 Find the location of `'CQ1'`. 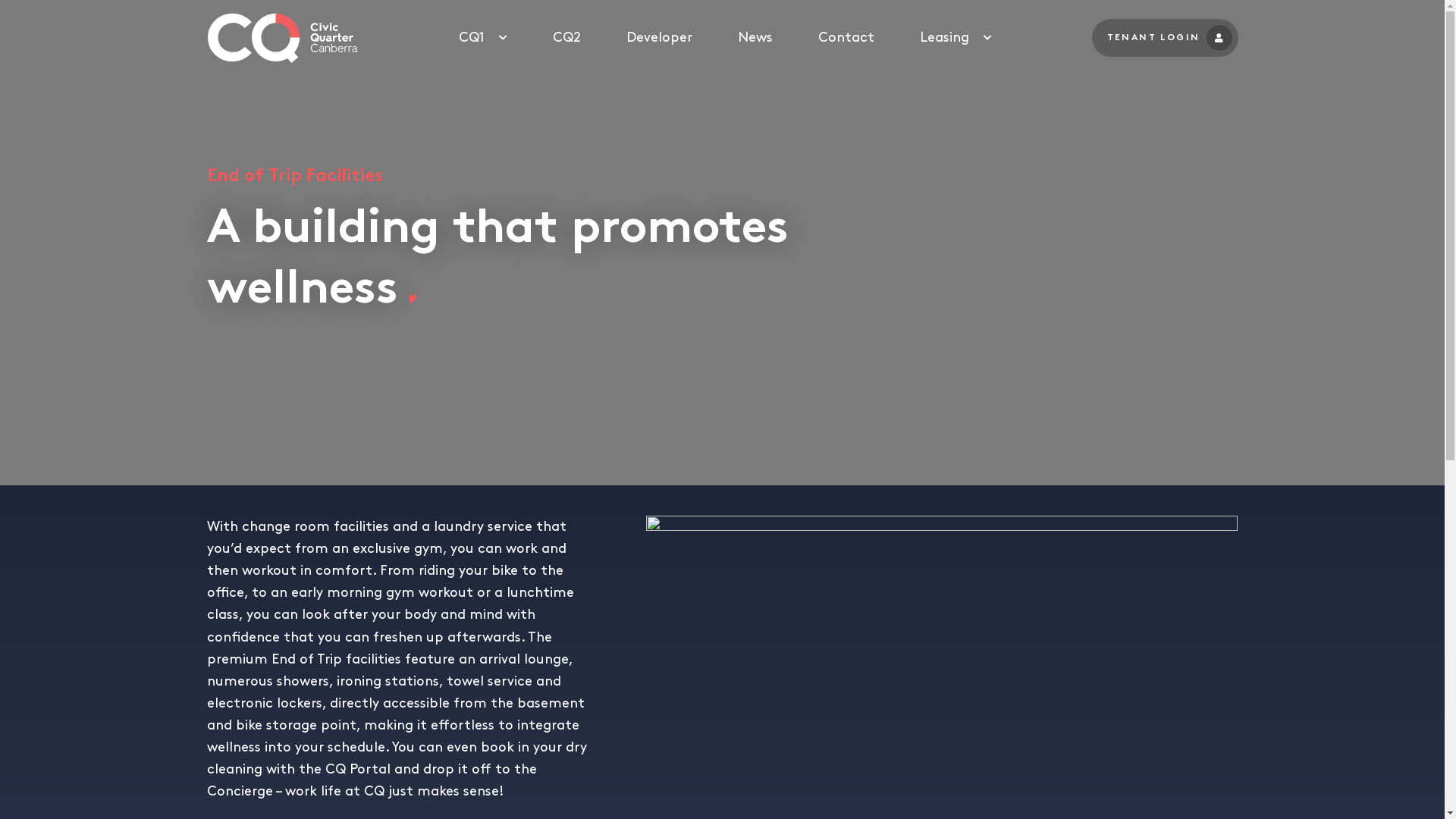

'CQ1' is located at coordinates (471, 37).